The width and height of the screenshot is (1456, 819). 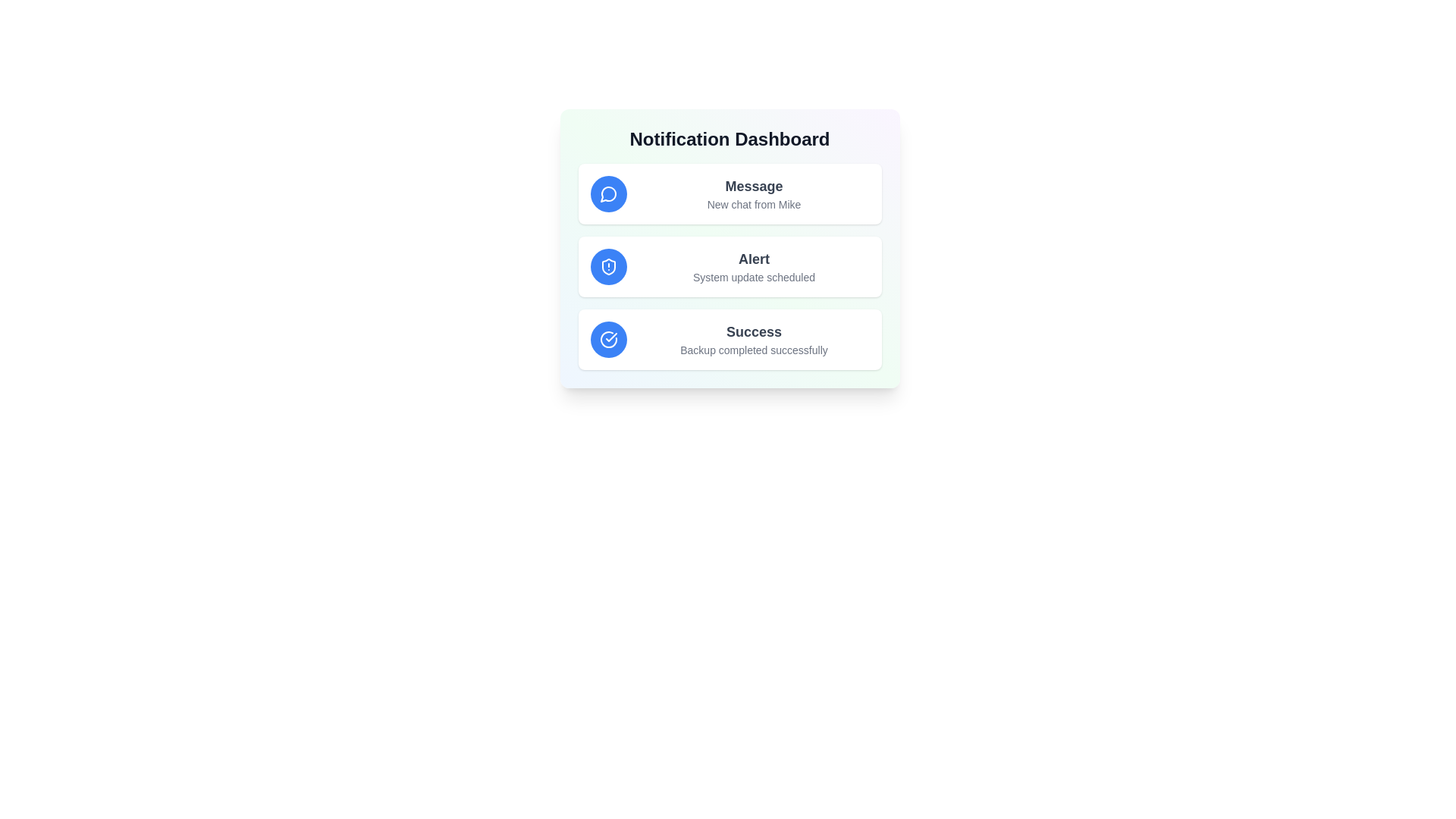 What do you see at coordinates (730, 140) in the screenshot?
I see `the notification dashboard title to focus on it` at bounding box center [730, 140].